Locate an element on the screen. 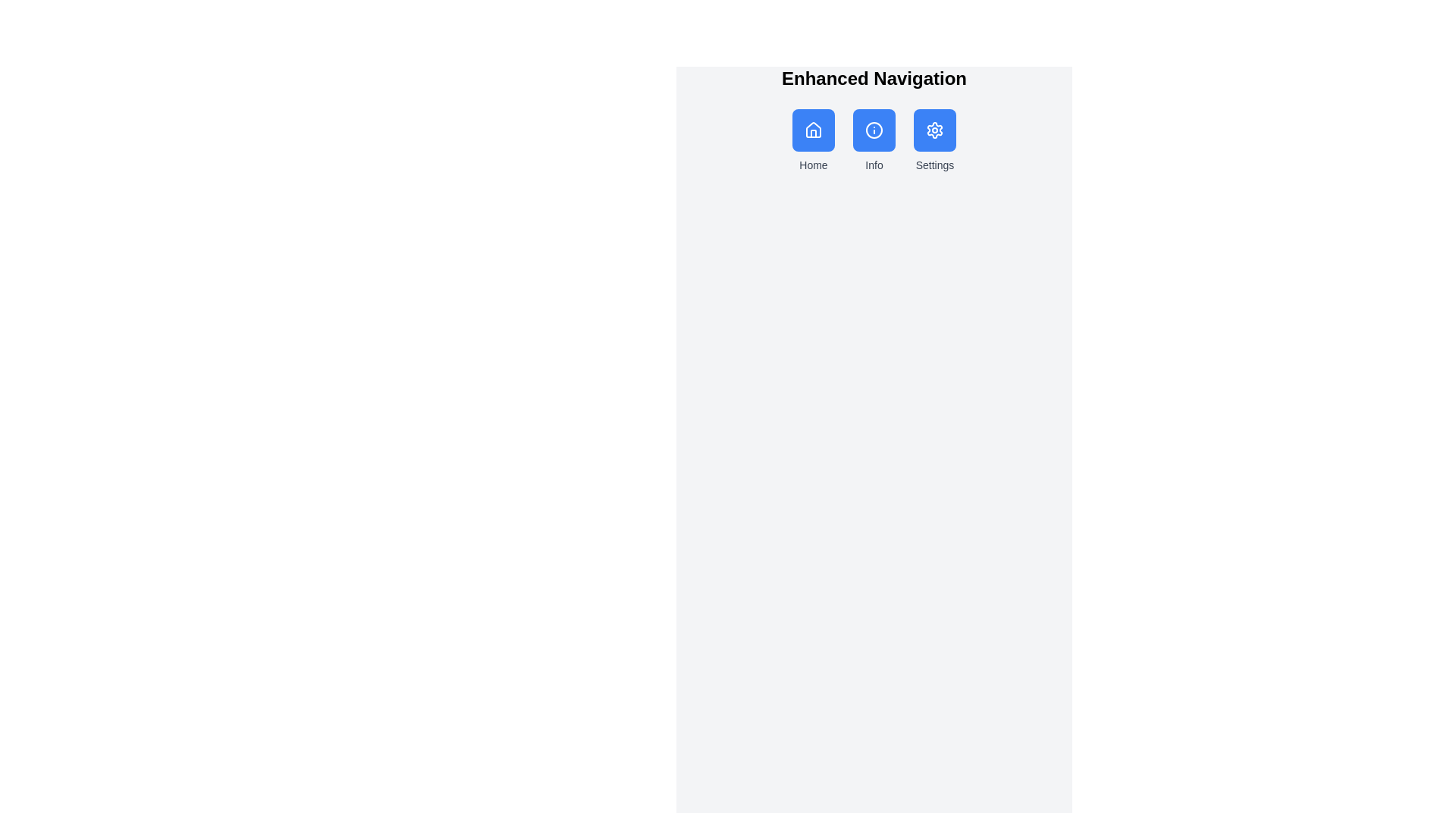  the text label that displays 'Settings', located at the bottom of the card-like structure is located at coordinates (934, 165).